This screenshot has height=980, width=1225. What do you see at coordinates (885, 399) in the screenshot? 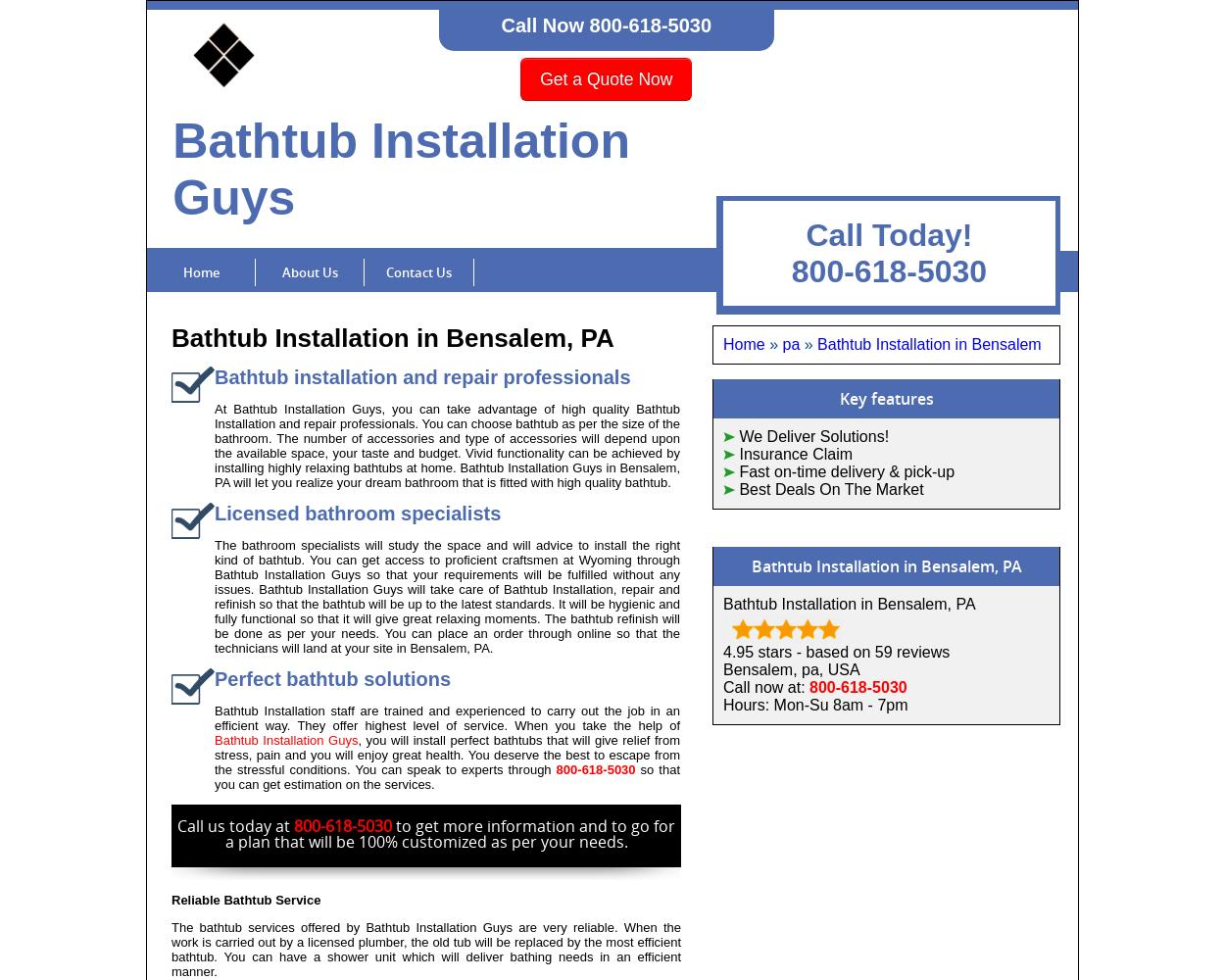
I see `'Key features'` at bounding box center [885, 399].